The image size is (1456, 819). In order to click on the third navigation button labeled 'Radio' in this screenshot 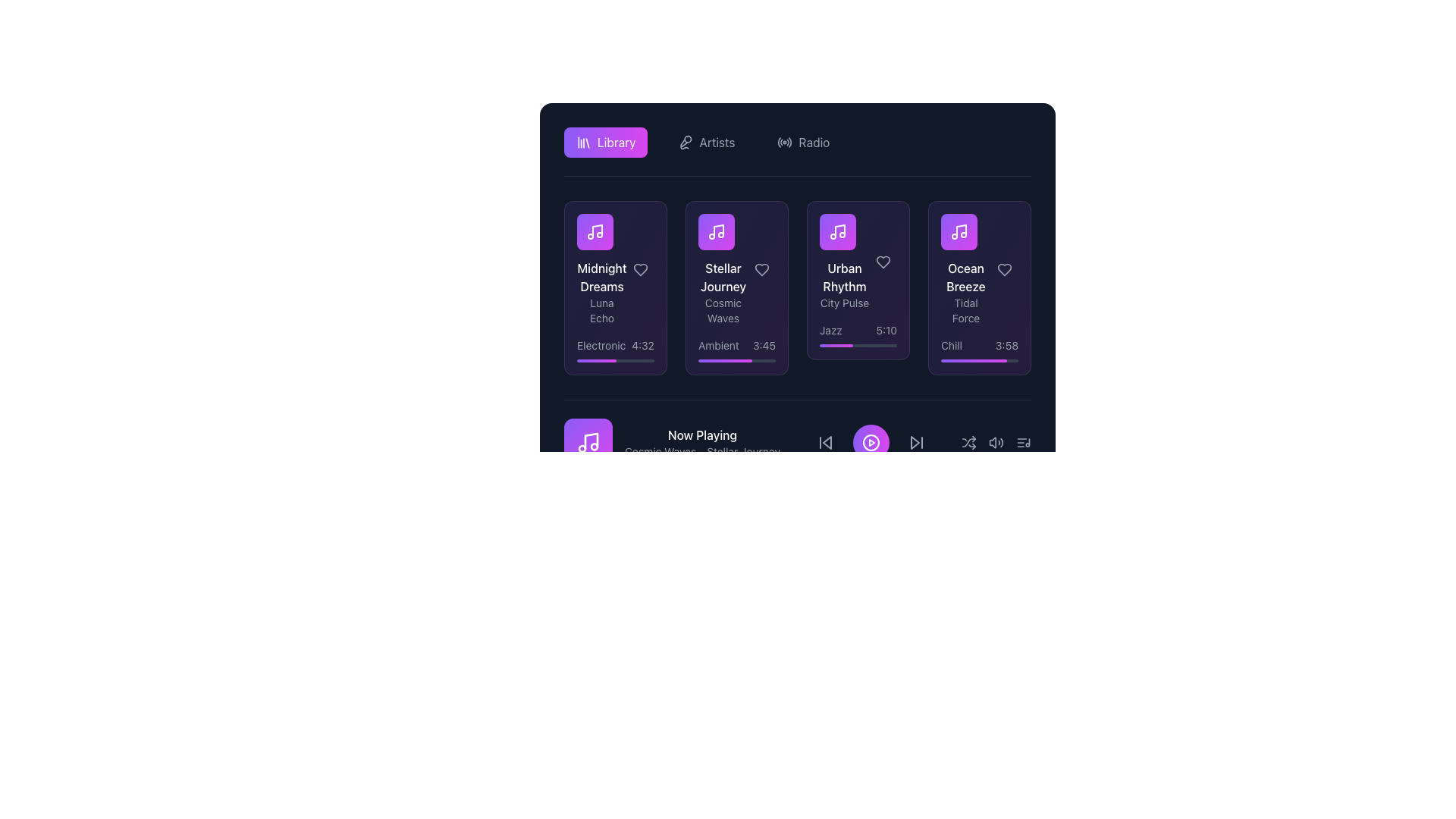, I will do `click(802, 143)`.